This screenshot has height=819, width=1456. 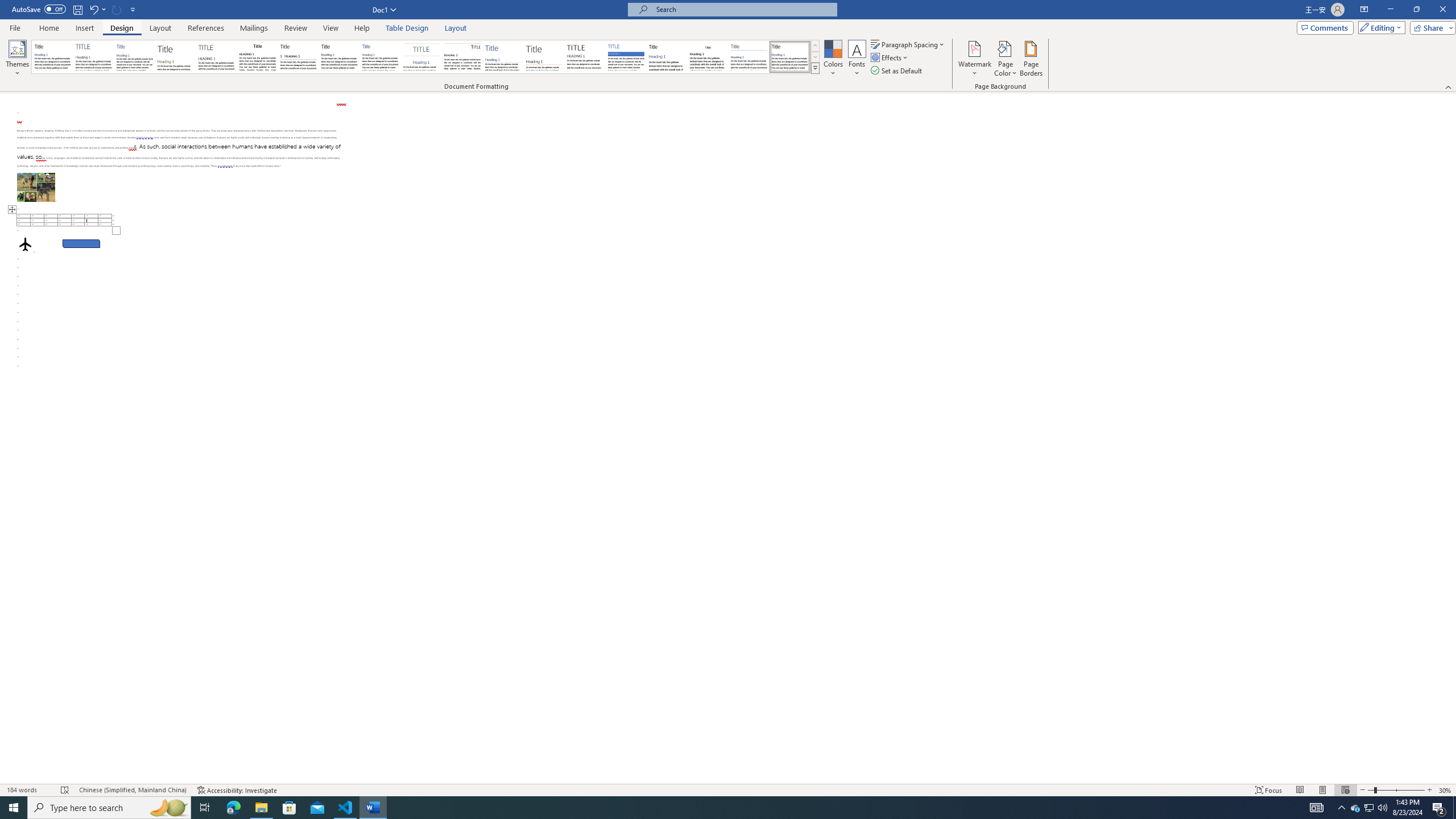 What do you see at coordinates (791, 56) in the screenshot?
I see `'Word 2013'` at bounding box center [791, 56].